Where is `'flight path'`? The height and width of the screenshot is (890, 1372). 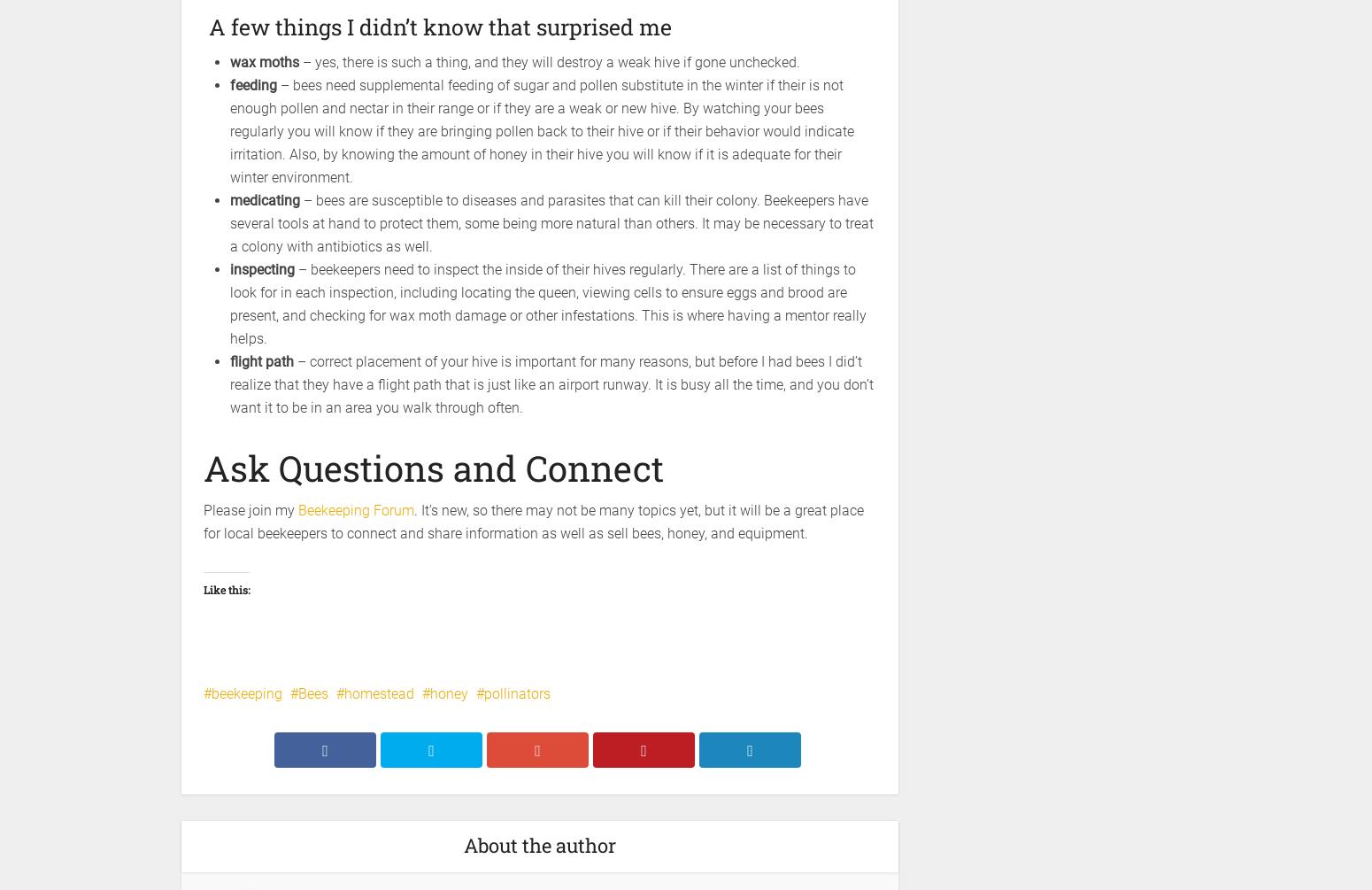 'flight path' is located at coordinates (262, 361).